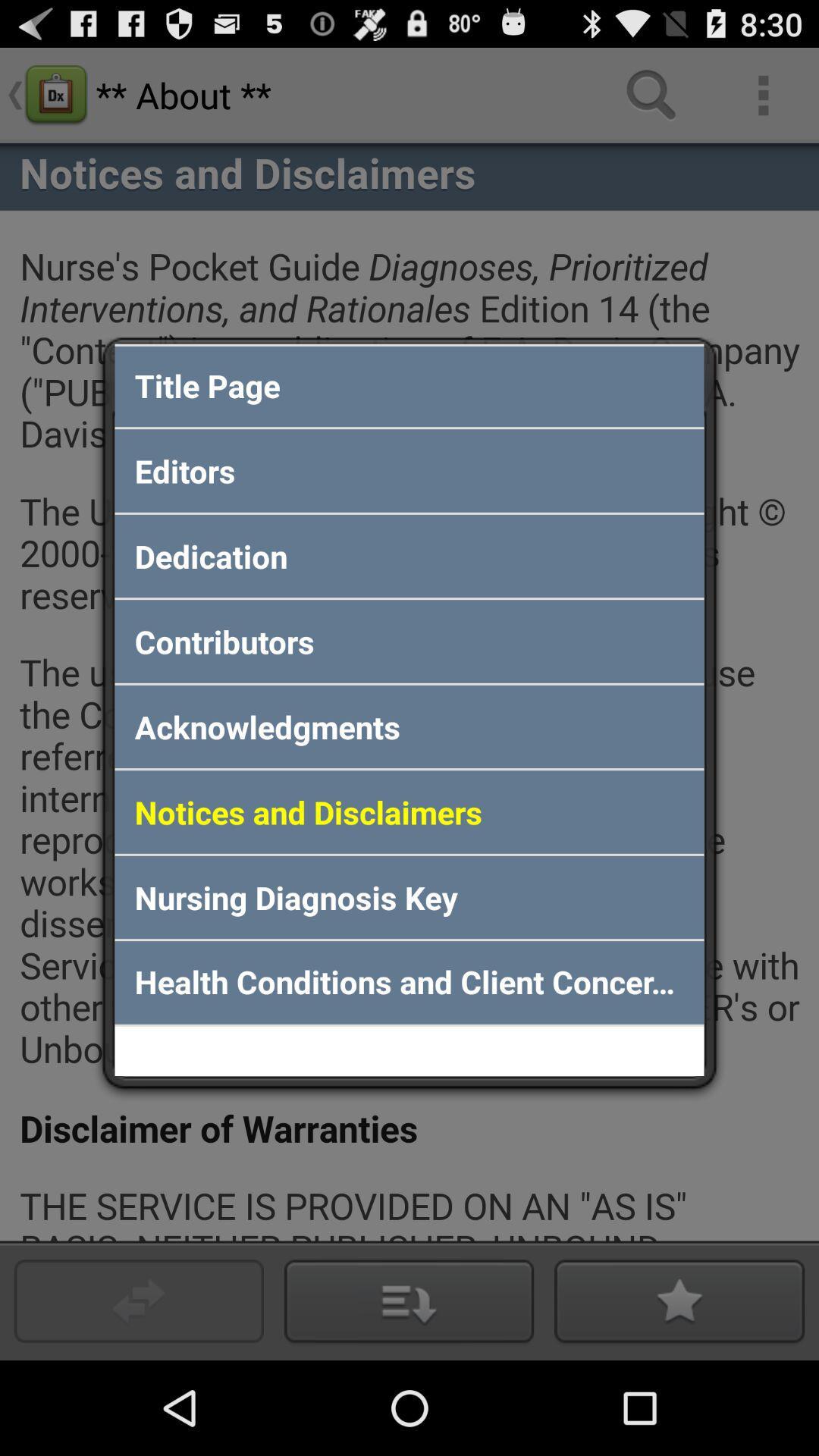  Describe the element at coordinates (409, 385) in the screenshot. I see `title page item` at that location.